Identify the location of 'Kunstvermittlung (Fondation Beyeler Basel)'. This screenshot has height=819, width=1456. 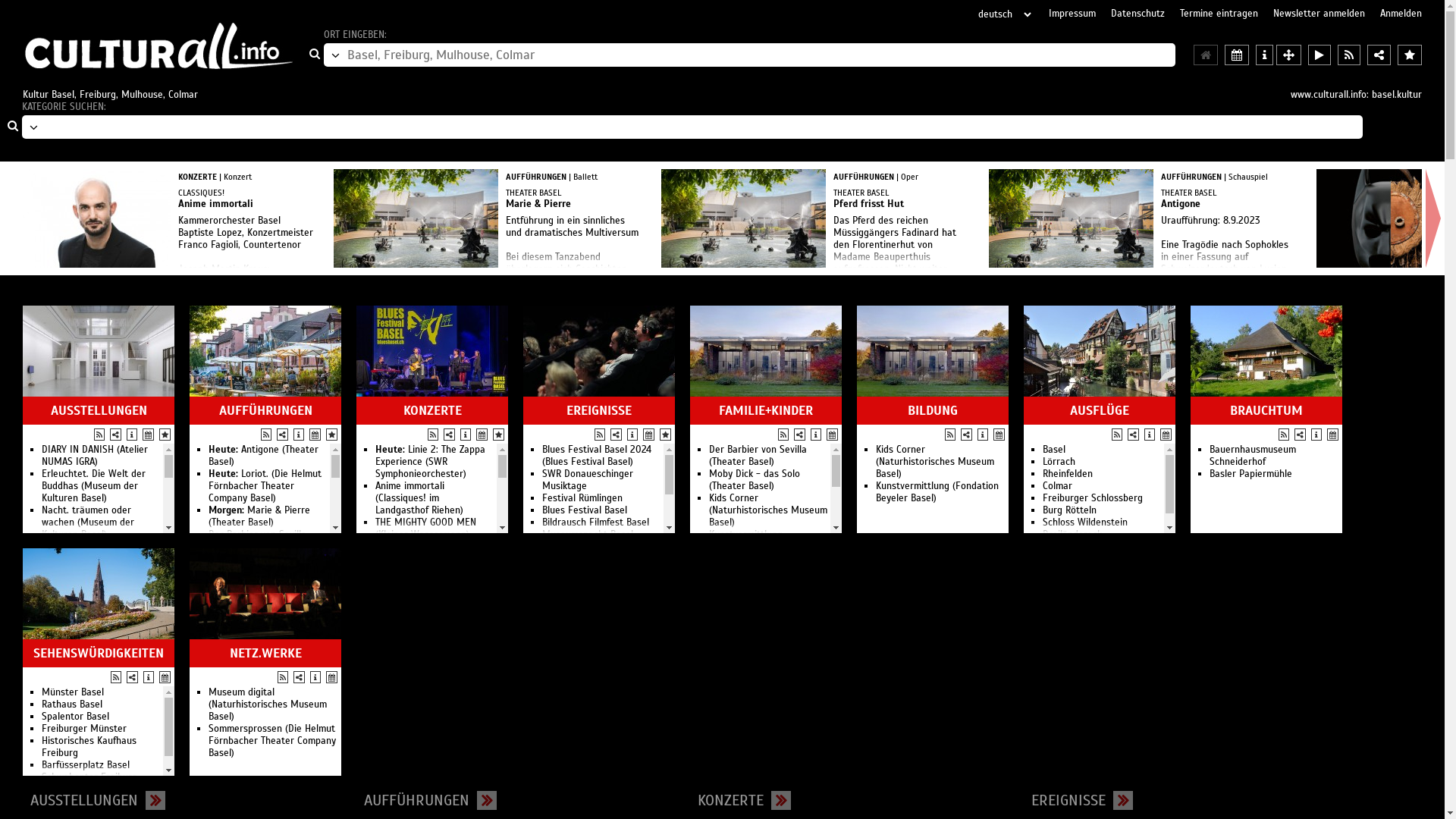
(937, 491).